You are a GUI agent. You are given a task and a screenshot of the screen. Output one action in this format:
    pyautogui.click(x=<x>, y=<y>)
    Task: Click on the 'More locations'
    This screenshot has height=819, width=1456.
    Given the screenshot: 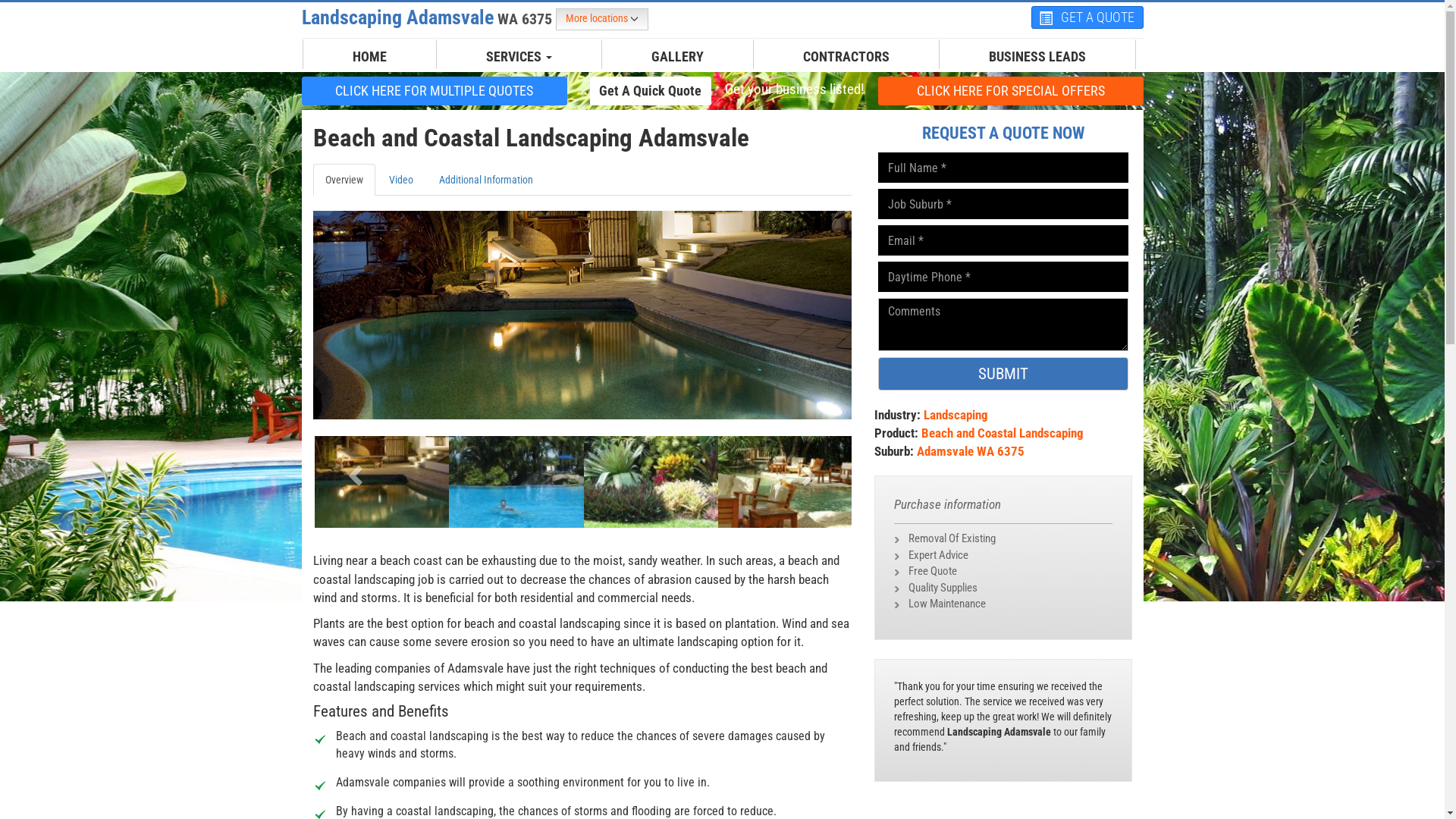 What is the action you would take?
    pyautogui.click(x=600, y=19)
    